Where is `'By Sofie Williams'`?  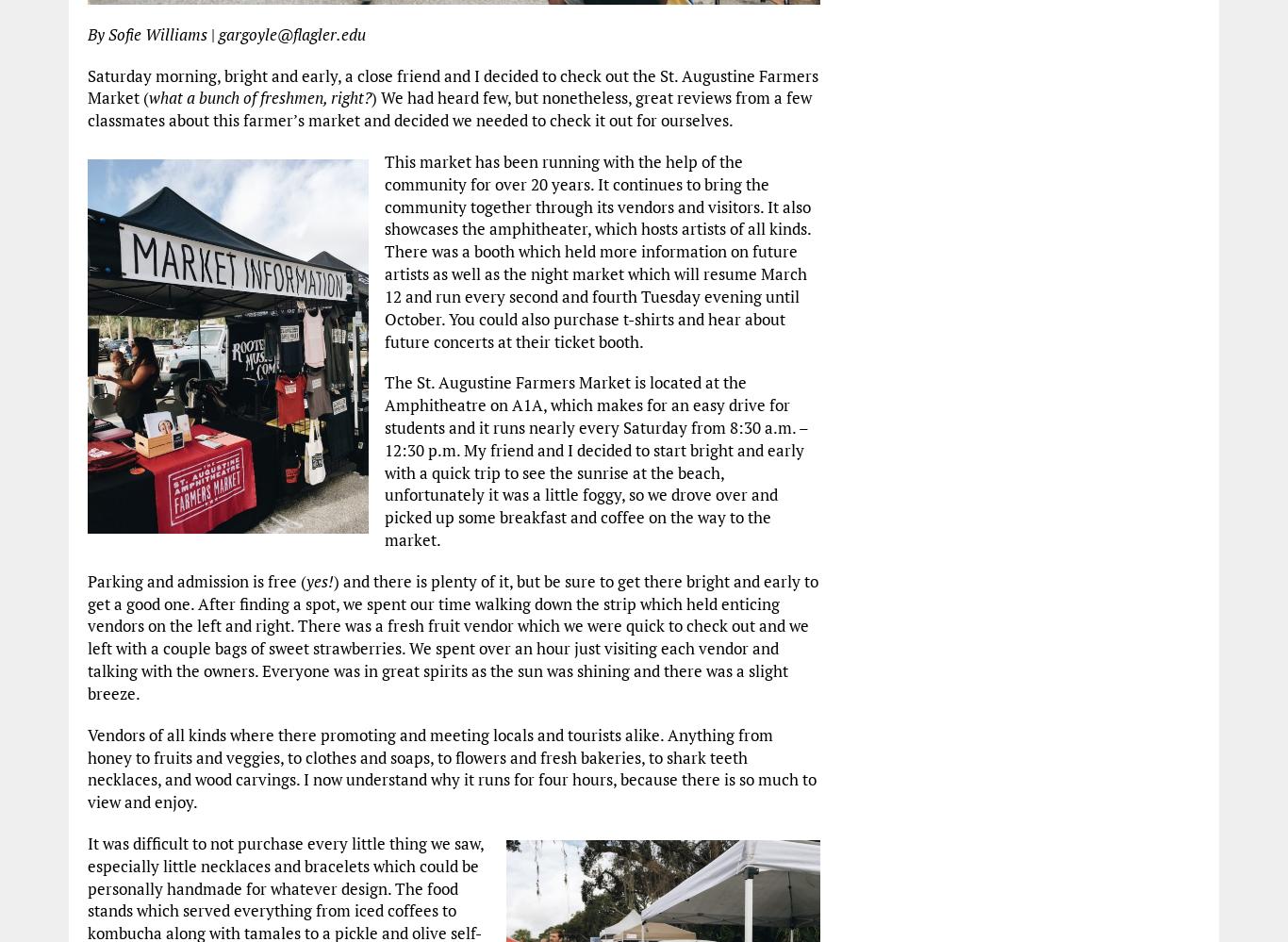 'By Sofie Williams' is located at coordinates (88, 33).